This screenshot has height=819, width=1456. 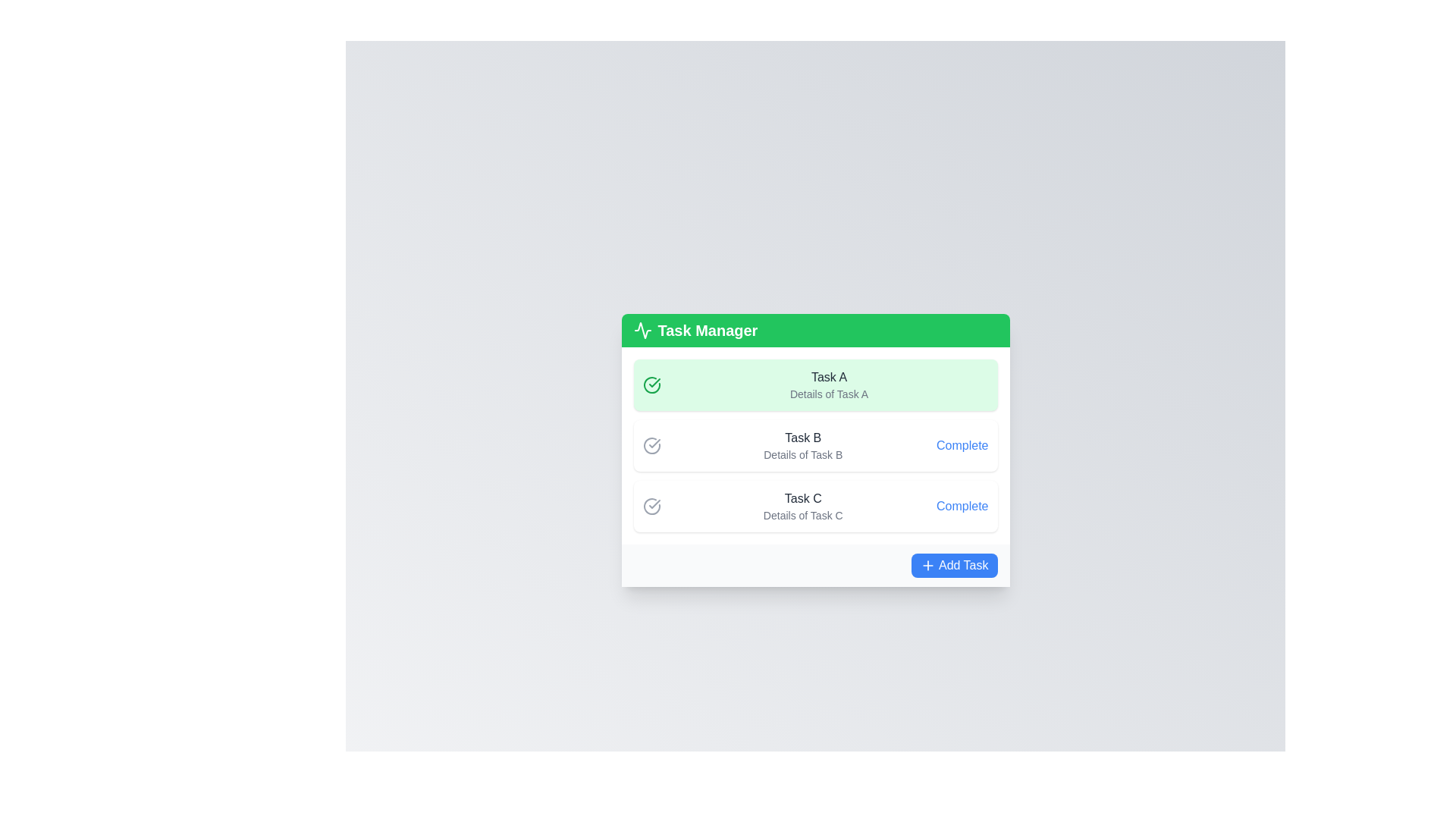 What do you see at coordinates (828, 376) in the screenshot?
I see `text displayed in the bold gray label 'Task A' located at the top of the task manager interface, which is positioned above the descriptive text` at bounding box center [828, 376].